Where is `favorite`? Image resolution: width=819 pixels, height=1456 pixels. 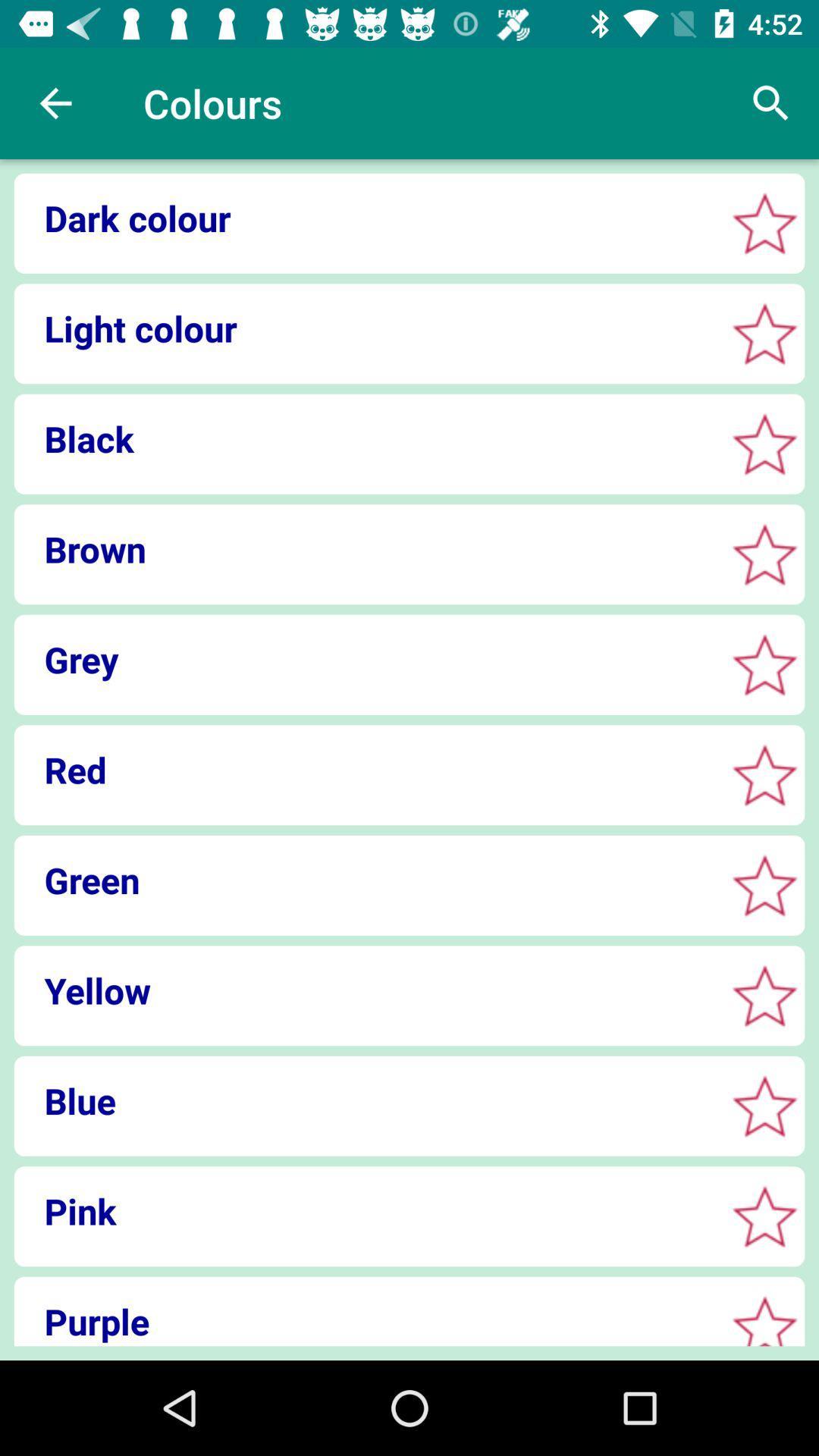
favorite is located at coordinates (764, 222).